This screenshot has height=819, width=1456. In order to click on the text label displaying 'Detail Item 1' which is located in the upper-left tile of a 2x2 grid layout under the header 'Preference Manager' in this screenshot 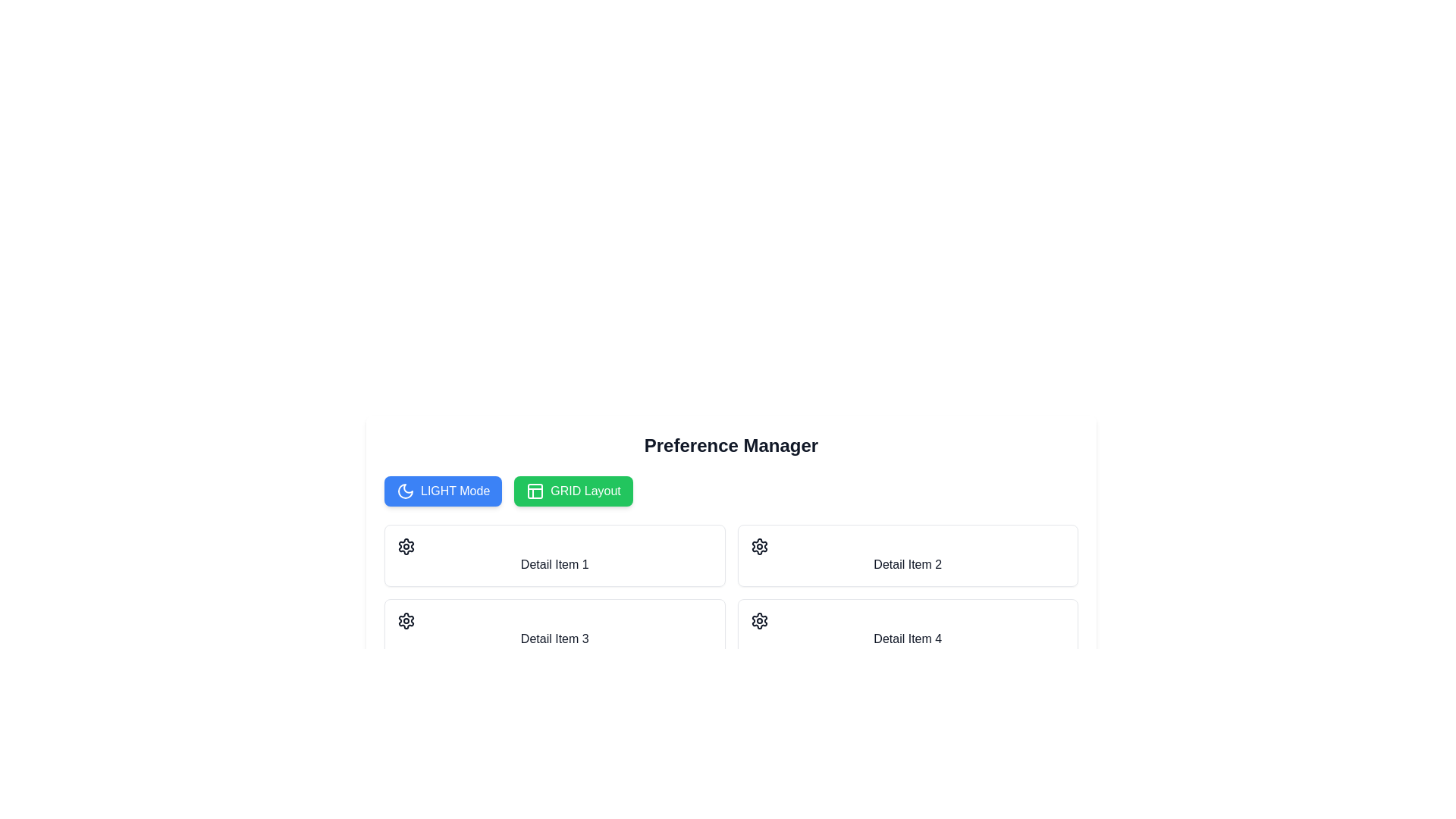, I will do `click(554, 564)`.